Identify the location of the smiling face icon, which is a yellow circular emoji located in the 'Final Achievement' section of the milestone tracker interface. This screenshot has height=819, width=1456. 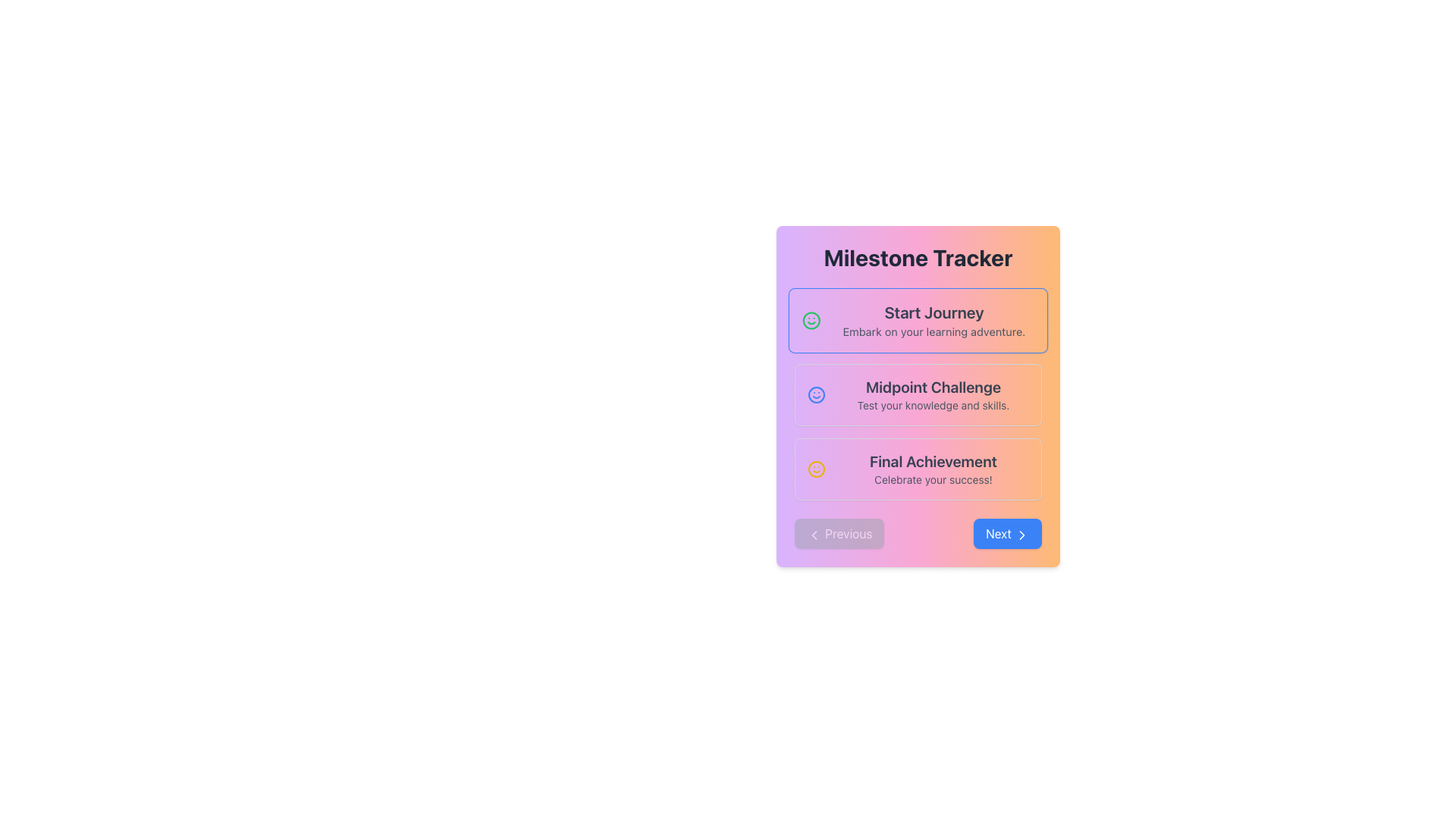
(815, 468).